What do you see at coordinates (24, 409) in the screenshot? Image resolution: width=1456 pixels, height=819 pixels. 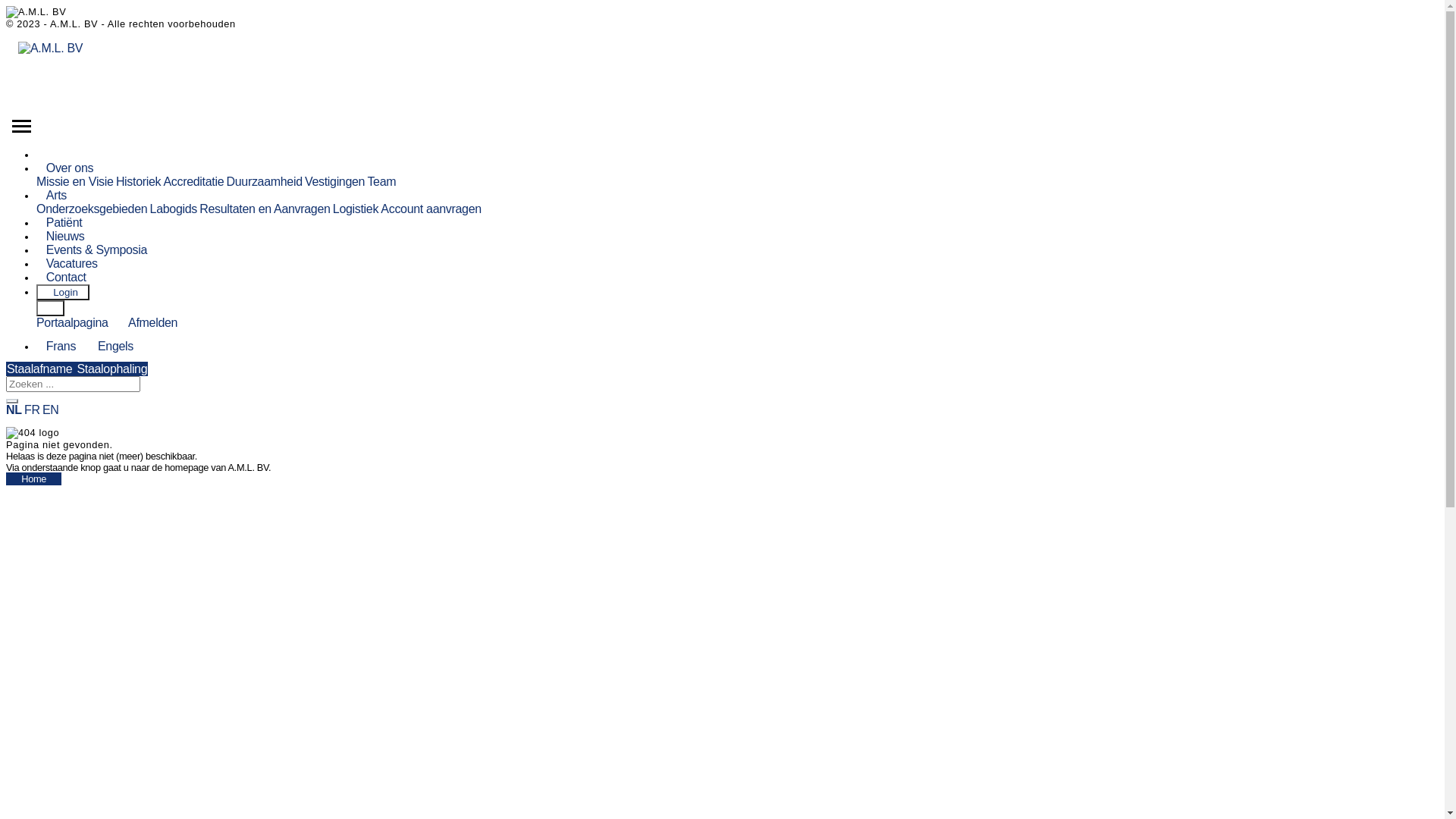 I see `'FR'` at bounding box center [24, 409].